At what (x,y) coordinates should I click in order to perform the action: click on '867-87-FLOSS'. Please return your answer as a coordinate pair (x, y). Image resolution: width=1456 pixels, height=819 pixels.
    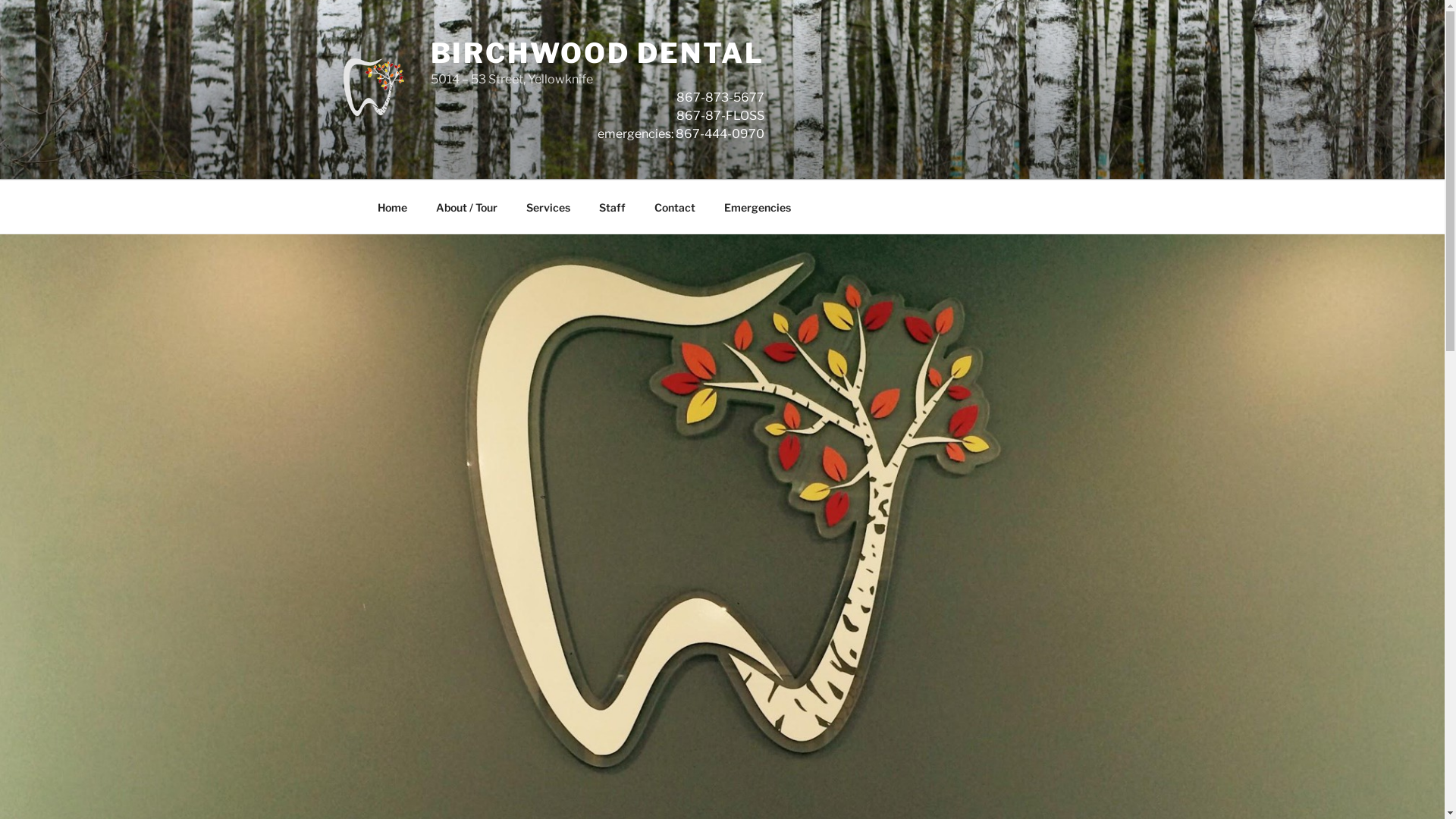
    Looking at the image, I should click on (720, 115).